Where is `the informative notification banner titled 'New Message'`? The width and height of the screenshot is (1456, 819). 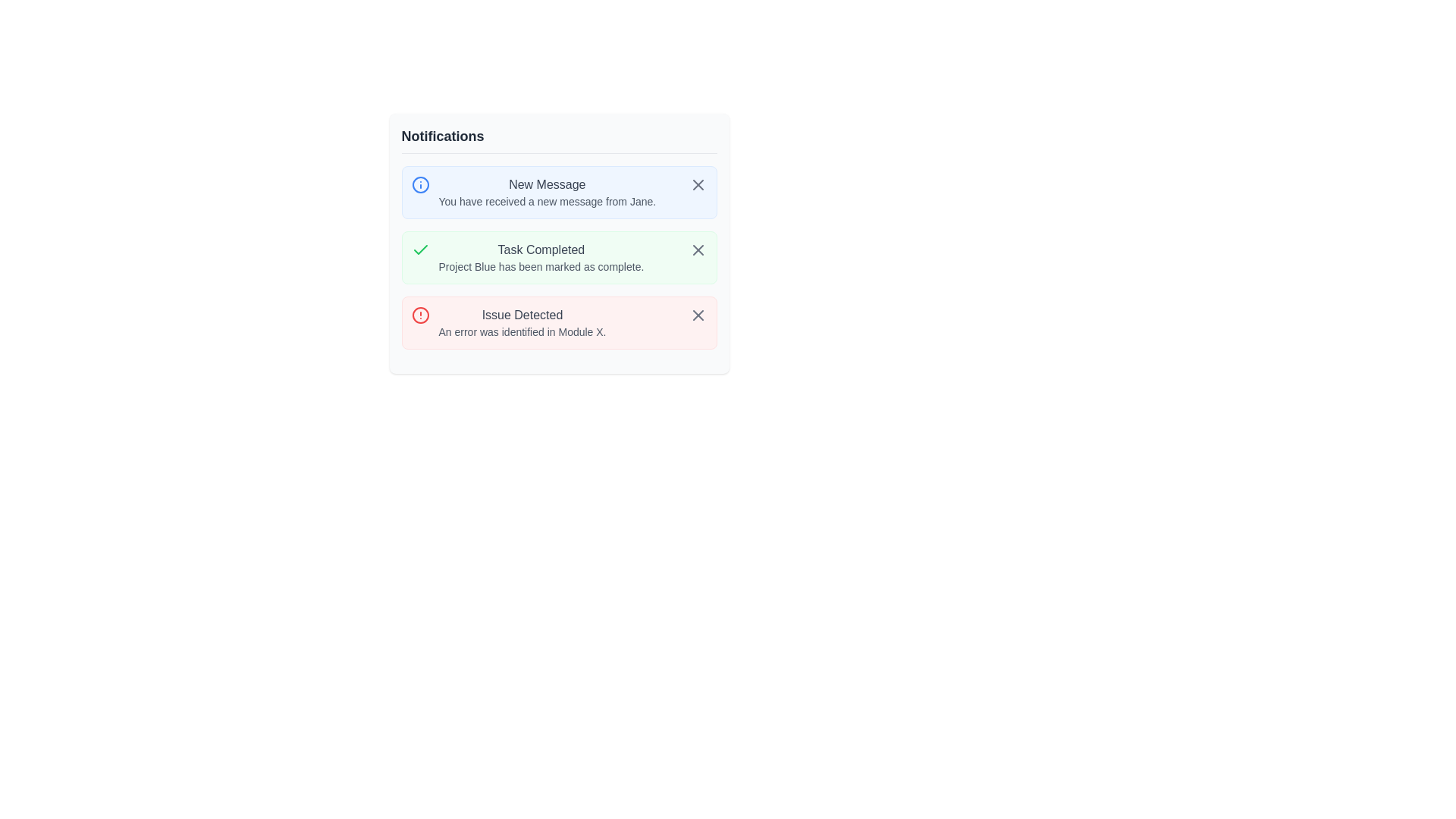
the informative notification banner titled 'New Message' is located at coordinates (546, 192).